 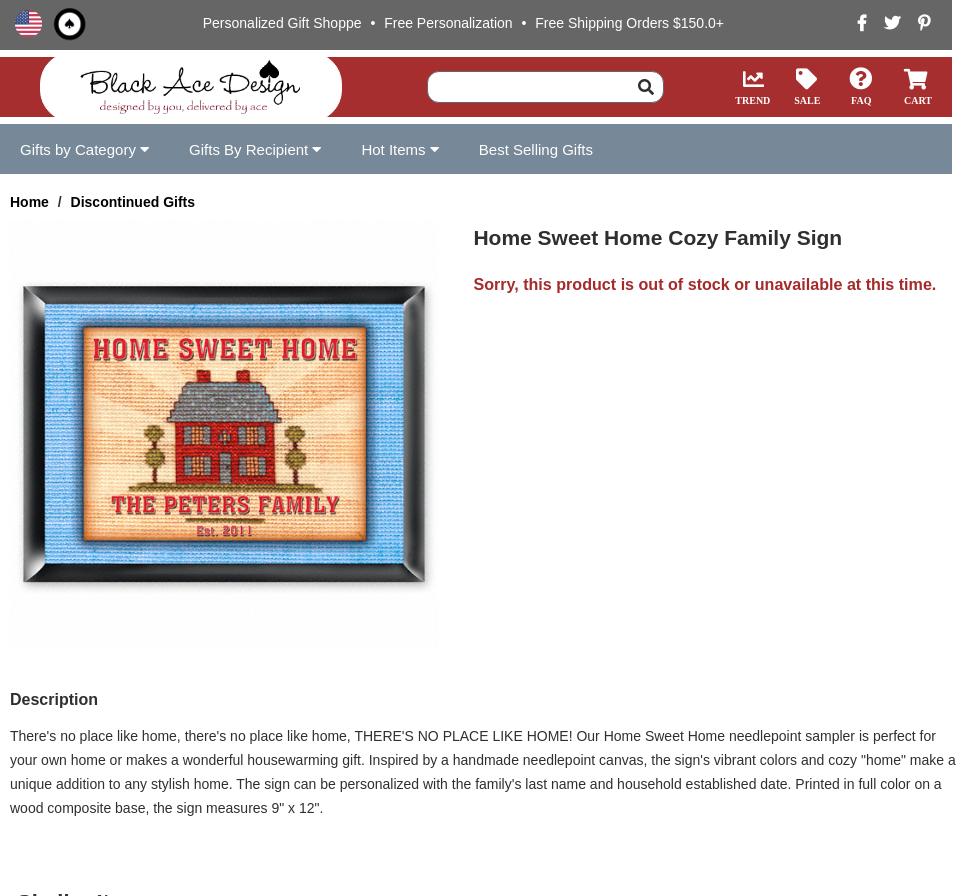 What do you see at coordinates (132, 201) in the screenshot?
I see `'Discontinued Gifts'` at bounding box center [132, 201].